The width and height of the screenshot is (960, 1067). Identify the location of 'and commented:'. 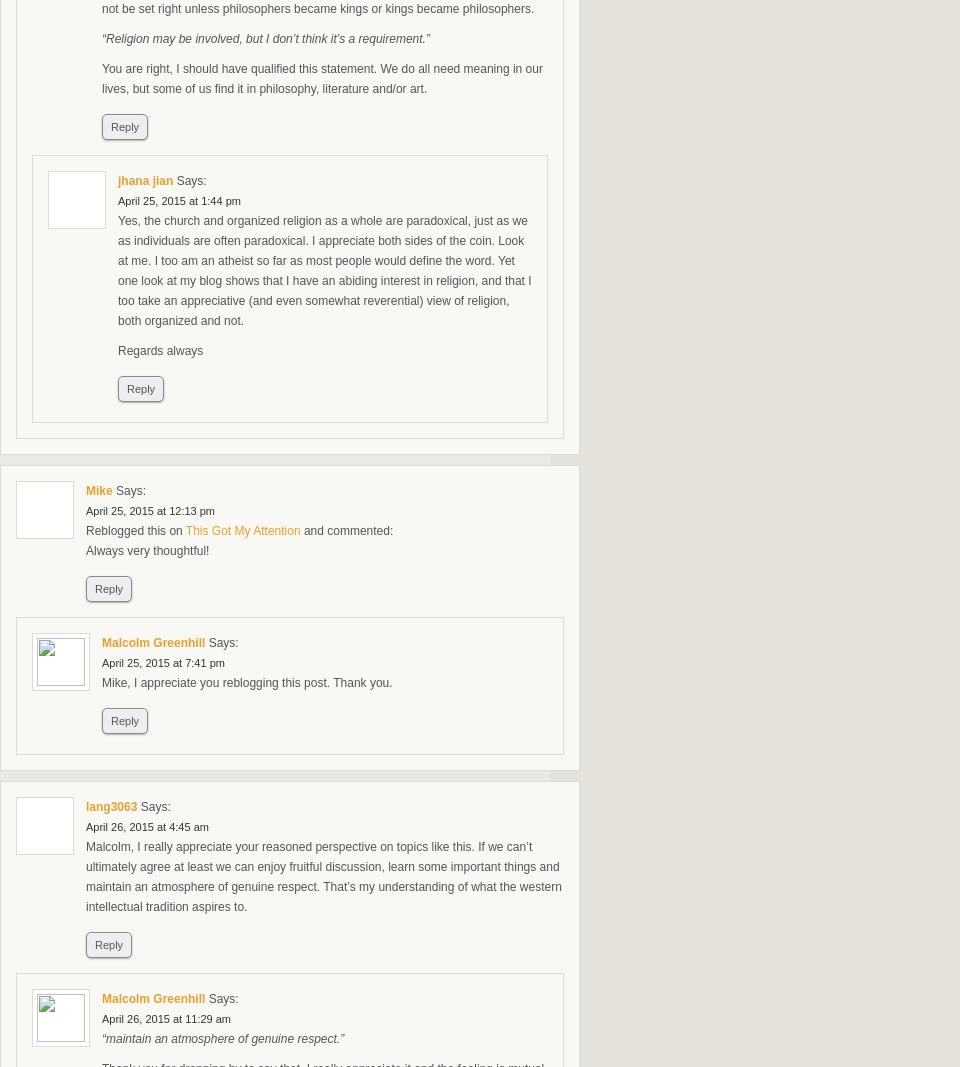
(346, 530).